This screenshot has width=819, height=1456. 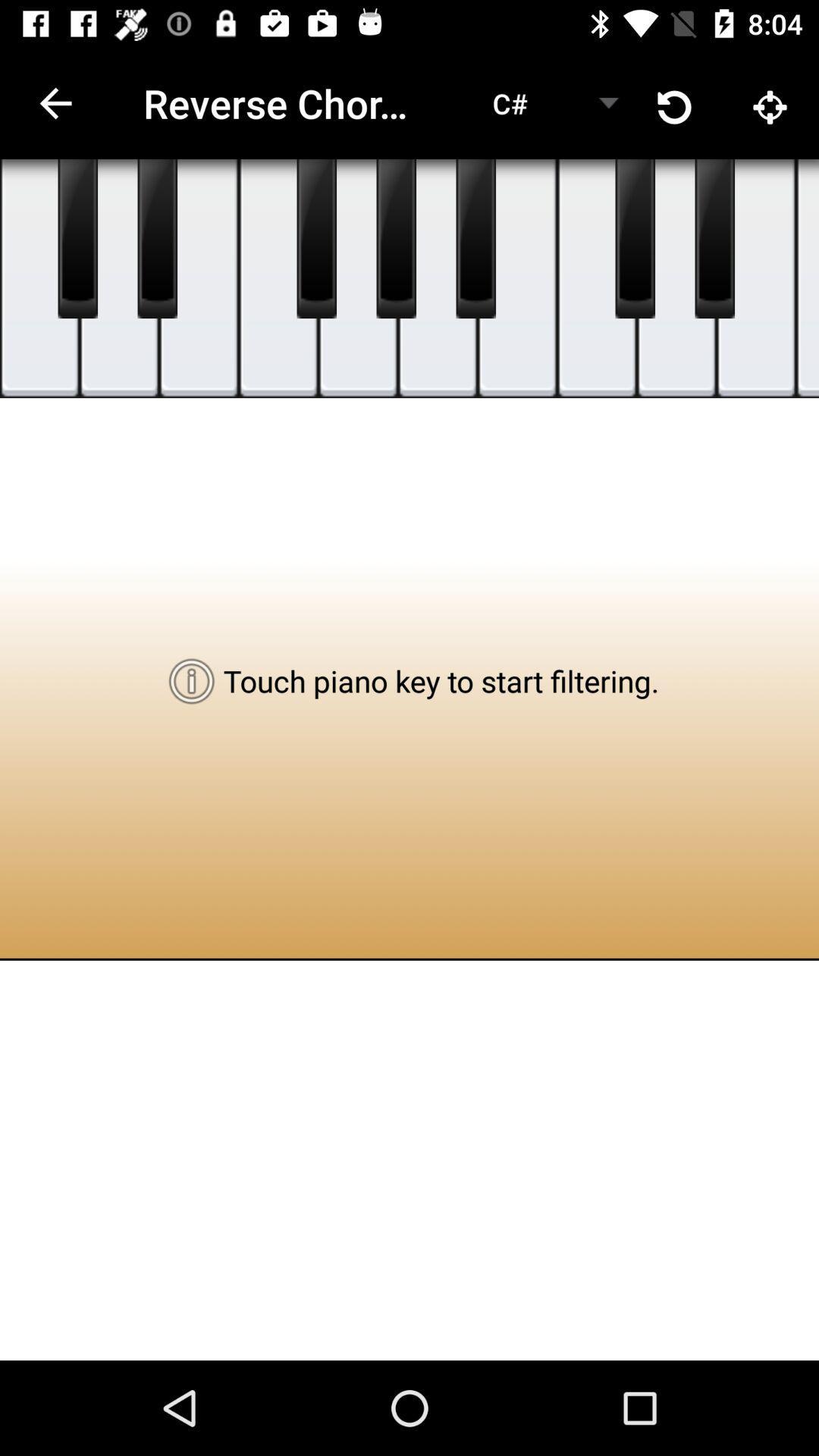 I want to click on music keyboard button, so click(x=756, y=278).